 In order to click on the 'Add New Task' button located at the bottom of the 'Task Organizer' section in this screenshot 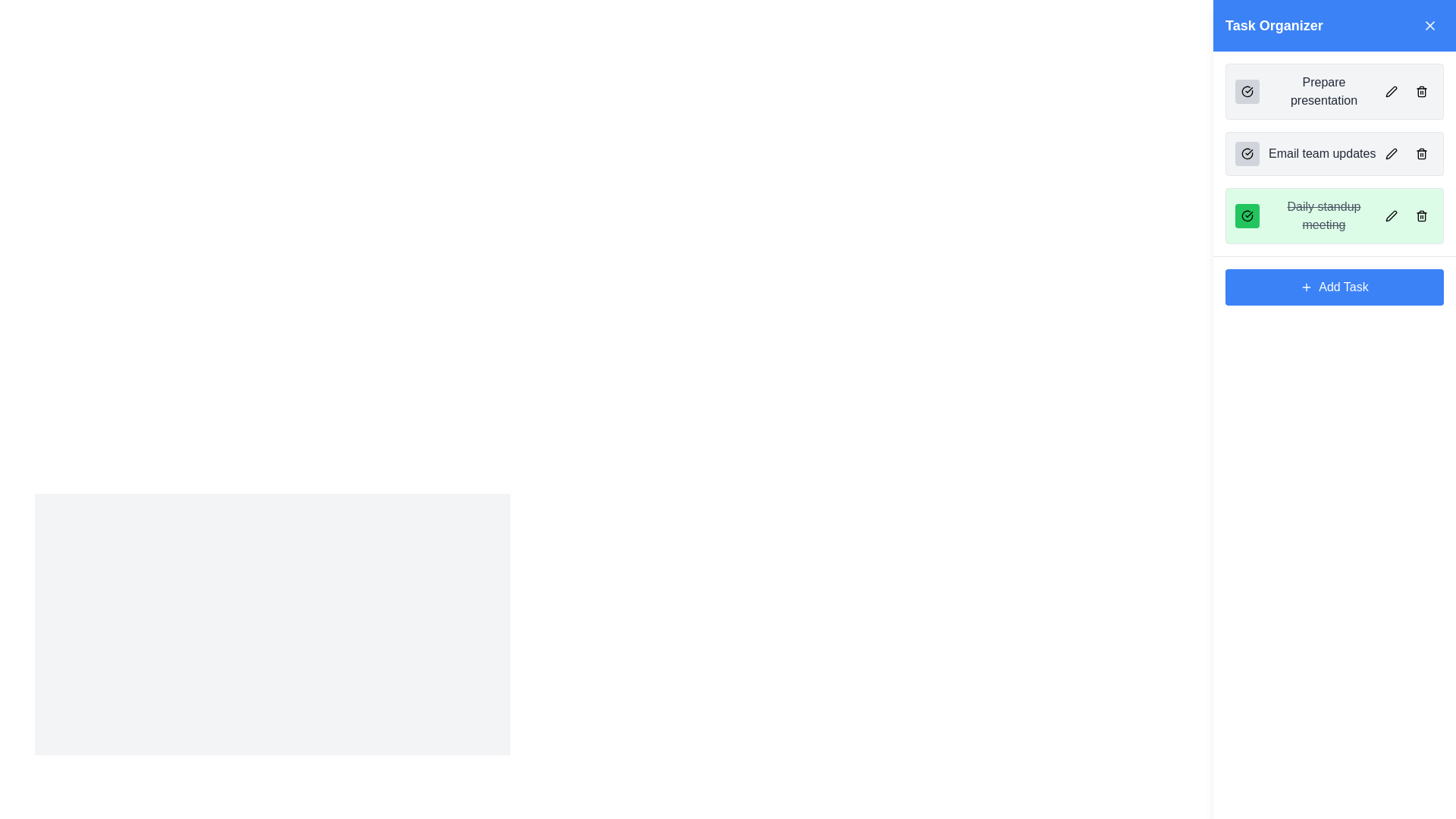, I will do `click(1343, 287)`.